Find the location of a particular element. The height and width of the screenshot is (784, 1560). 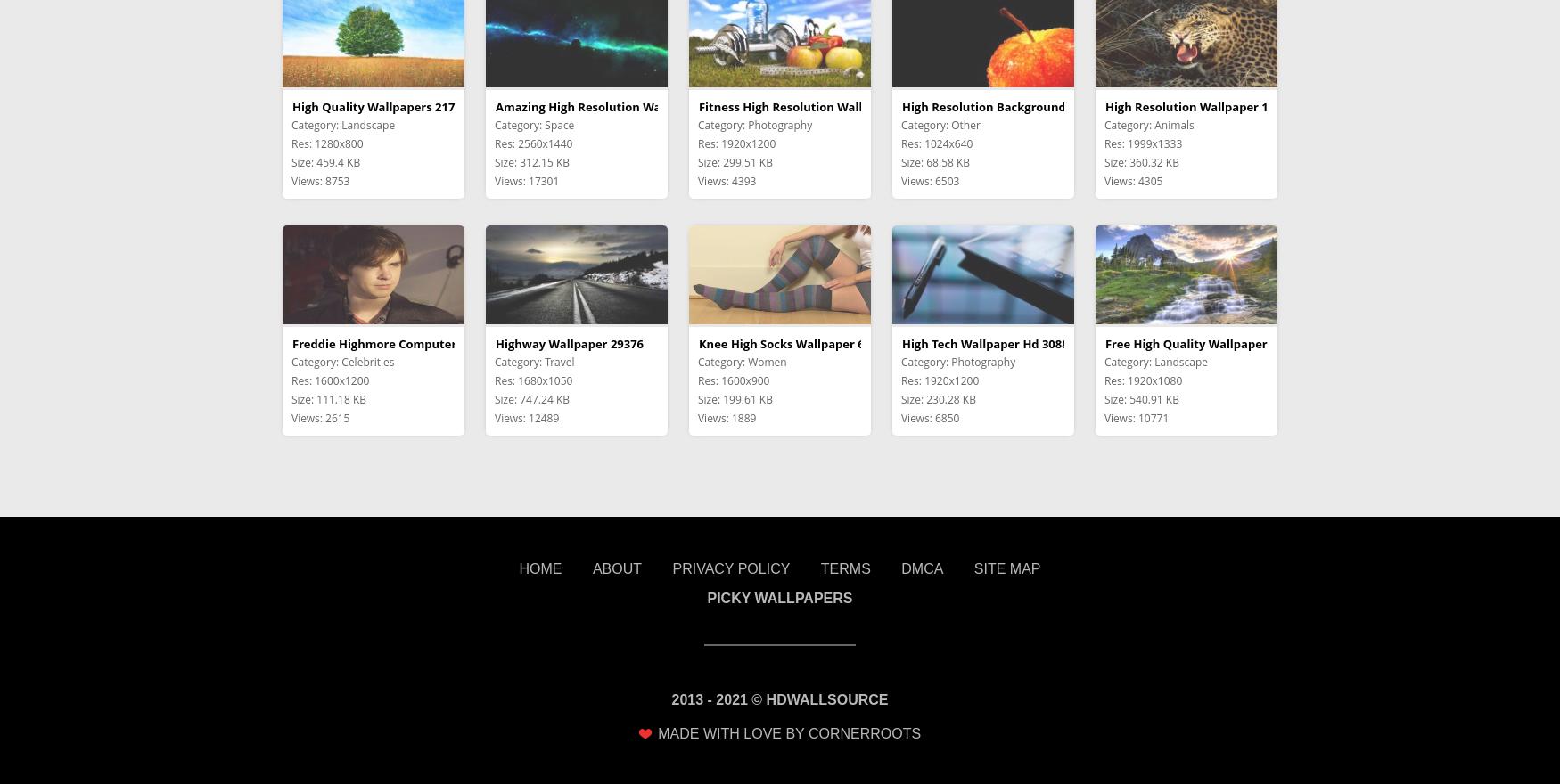

'Views: 4305' is located at coordinates (1132, 180).